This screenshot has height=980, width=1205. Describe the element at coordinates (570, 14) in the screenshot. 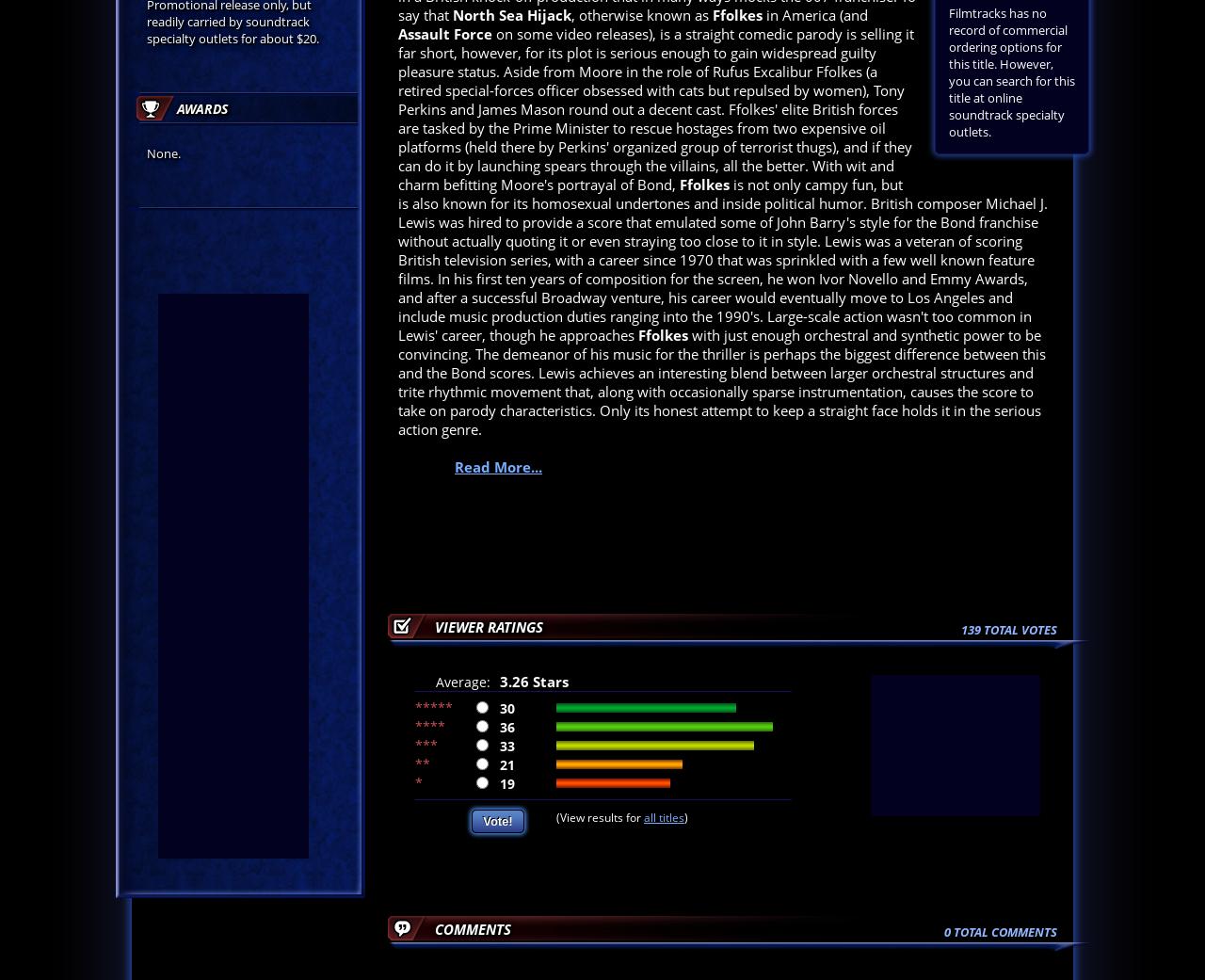

I see `', otherwise known as'` at that location.